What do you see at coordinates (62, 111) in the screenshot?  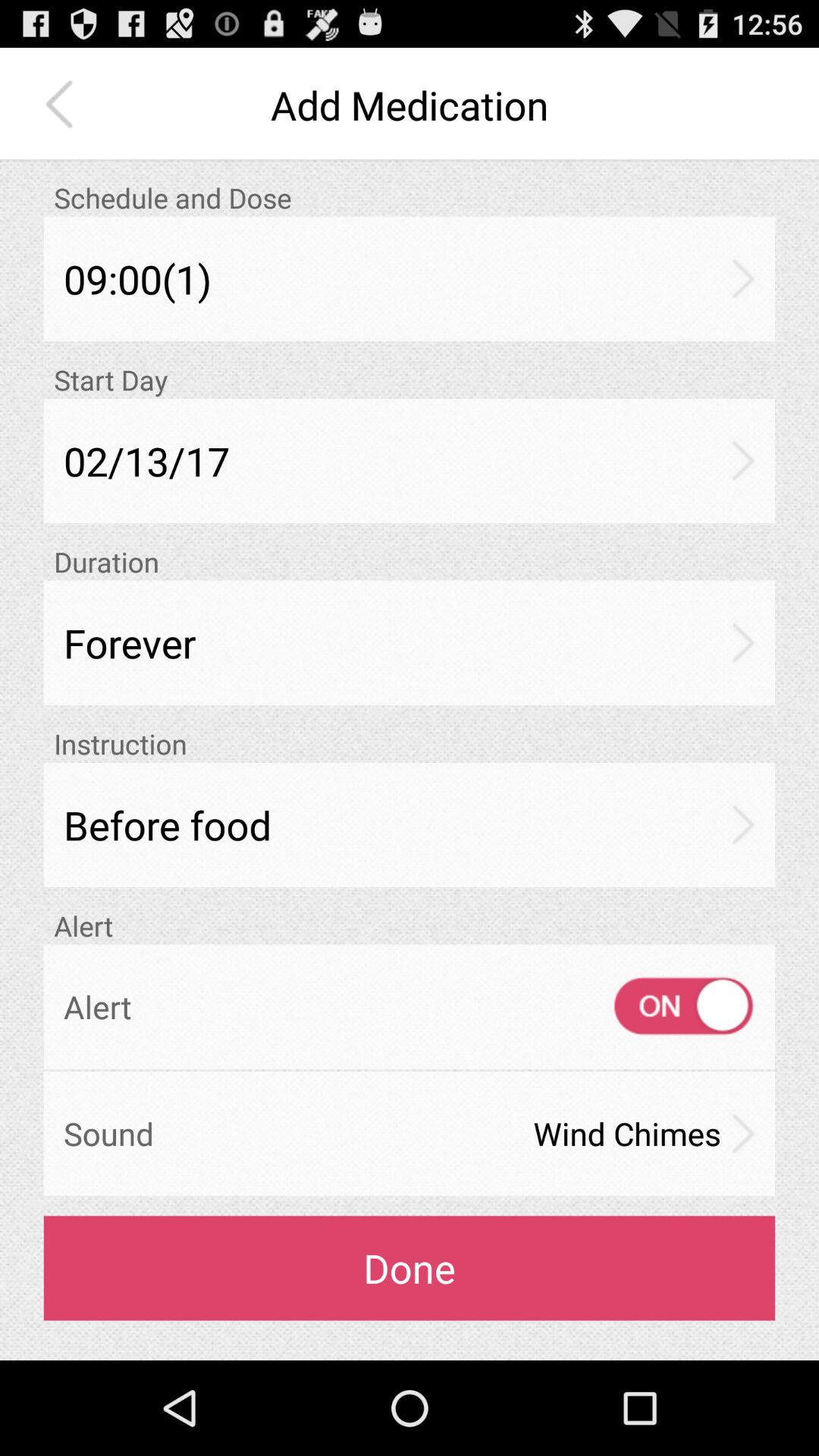 I see `the arrow_backward icon` at bounding box center [62, 111].